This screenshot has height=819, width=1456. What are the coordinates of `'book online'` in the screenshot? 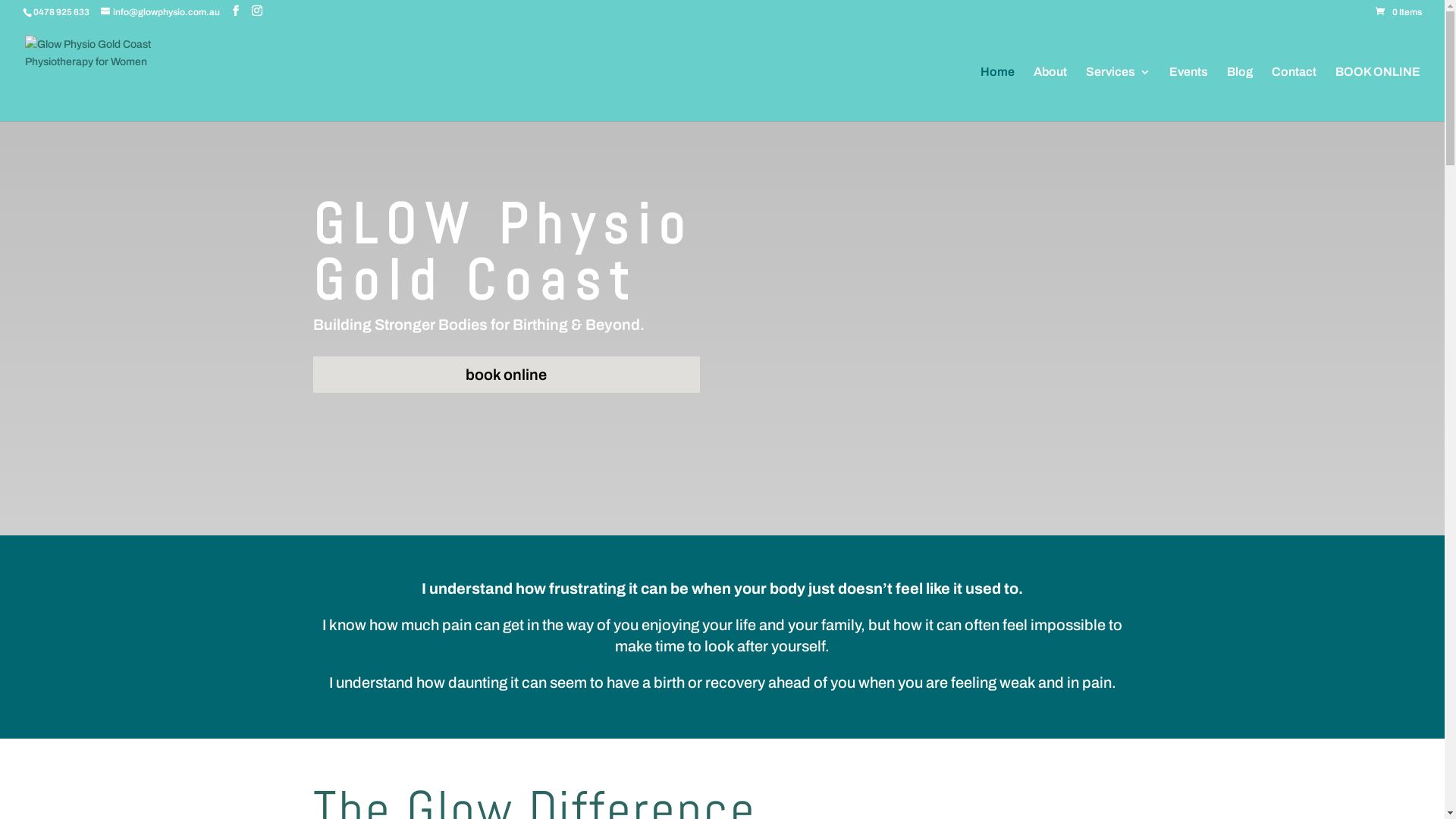 It's located at (506, 374).